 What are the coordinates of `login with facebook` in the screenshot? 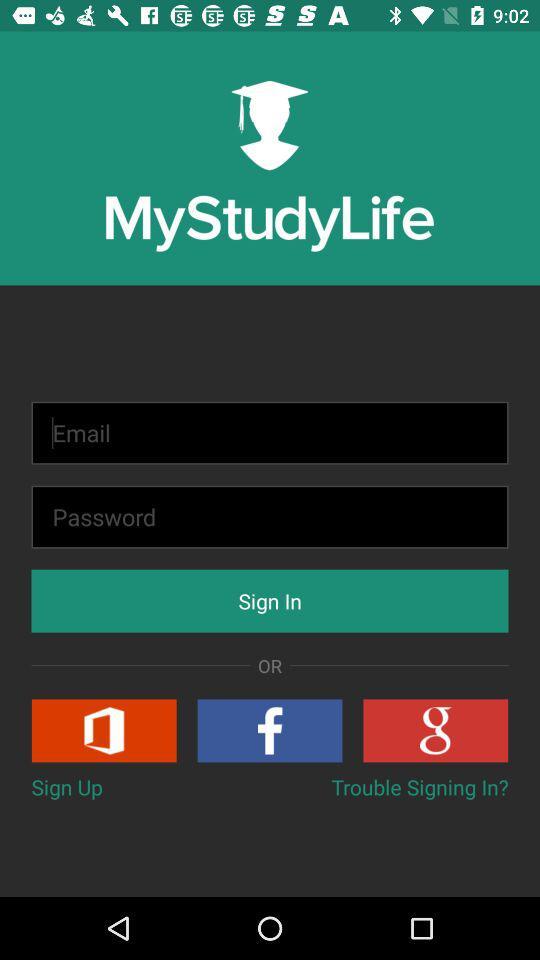 It's located at (270, 729).